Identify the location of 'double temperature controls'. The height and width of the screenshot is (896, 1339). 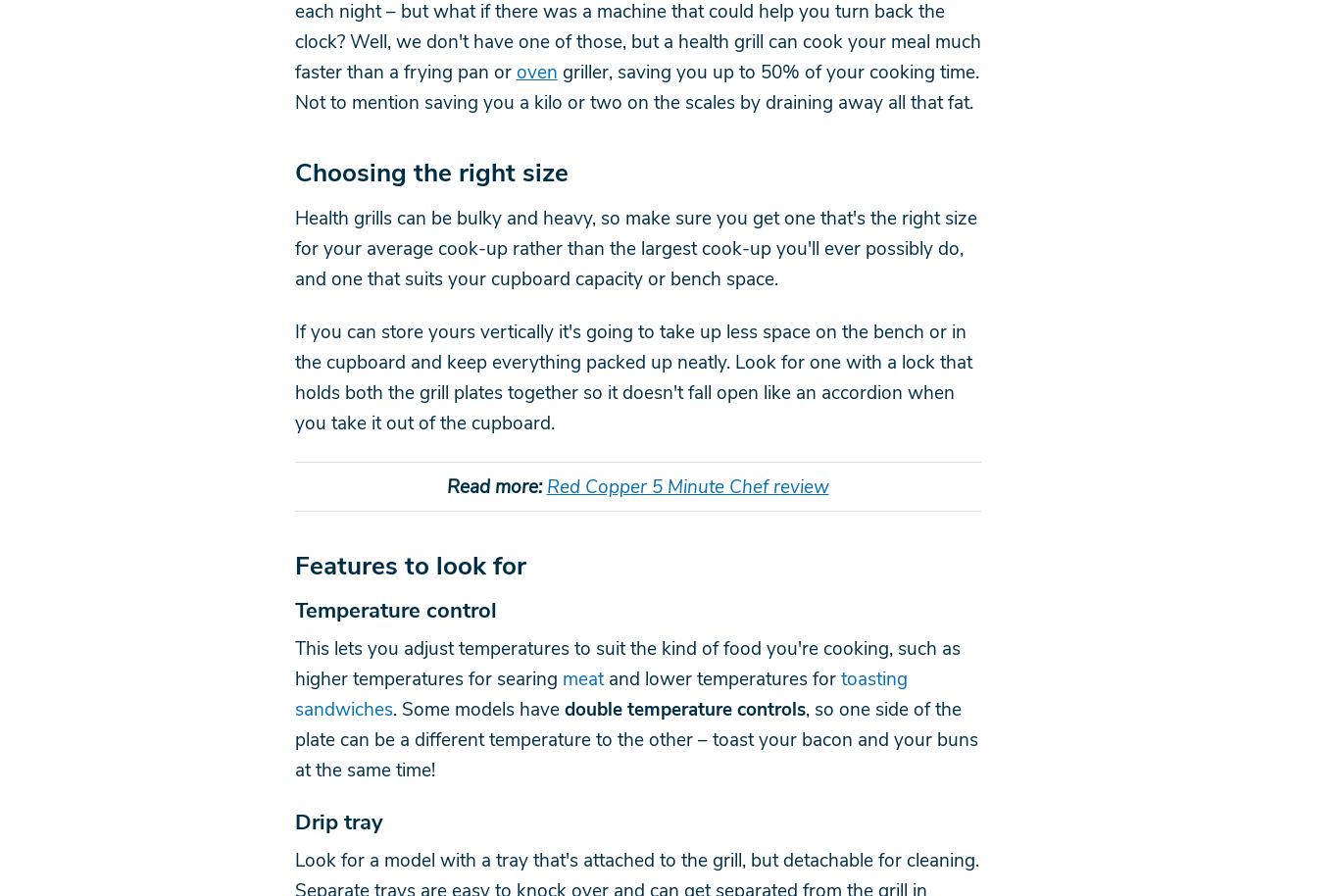
(684, 708).